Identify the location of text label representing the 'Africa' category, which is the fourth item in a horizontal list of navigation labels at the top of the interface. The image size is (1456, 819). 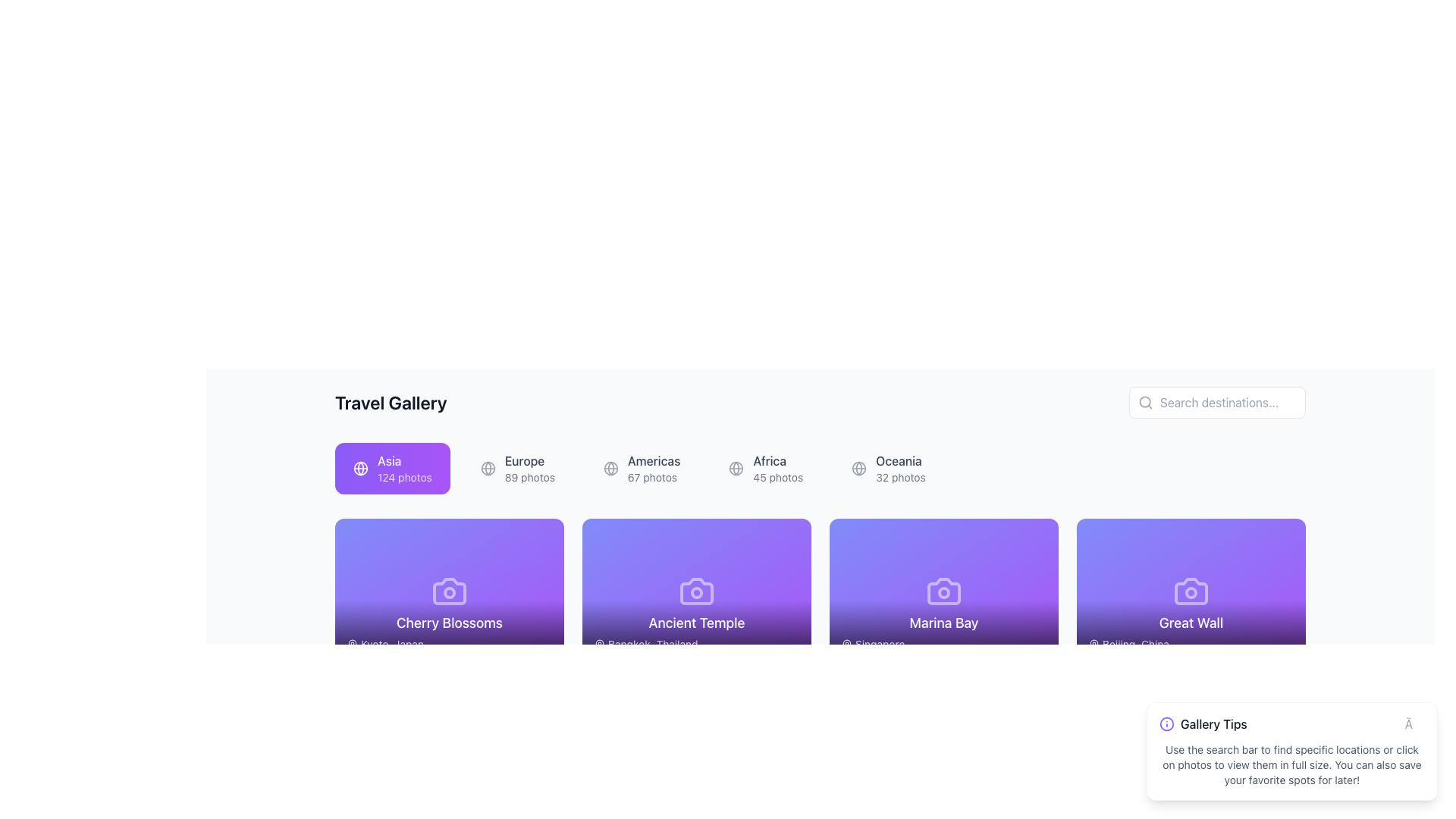
(778, 460).